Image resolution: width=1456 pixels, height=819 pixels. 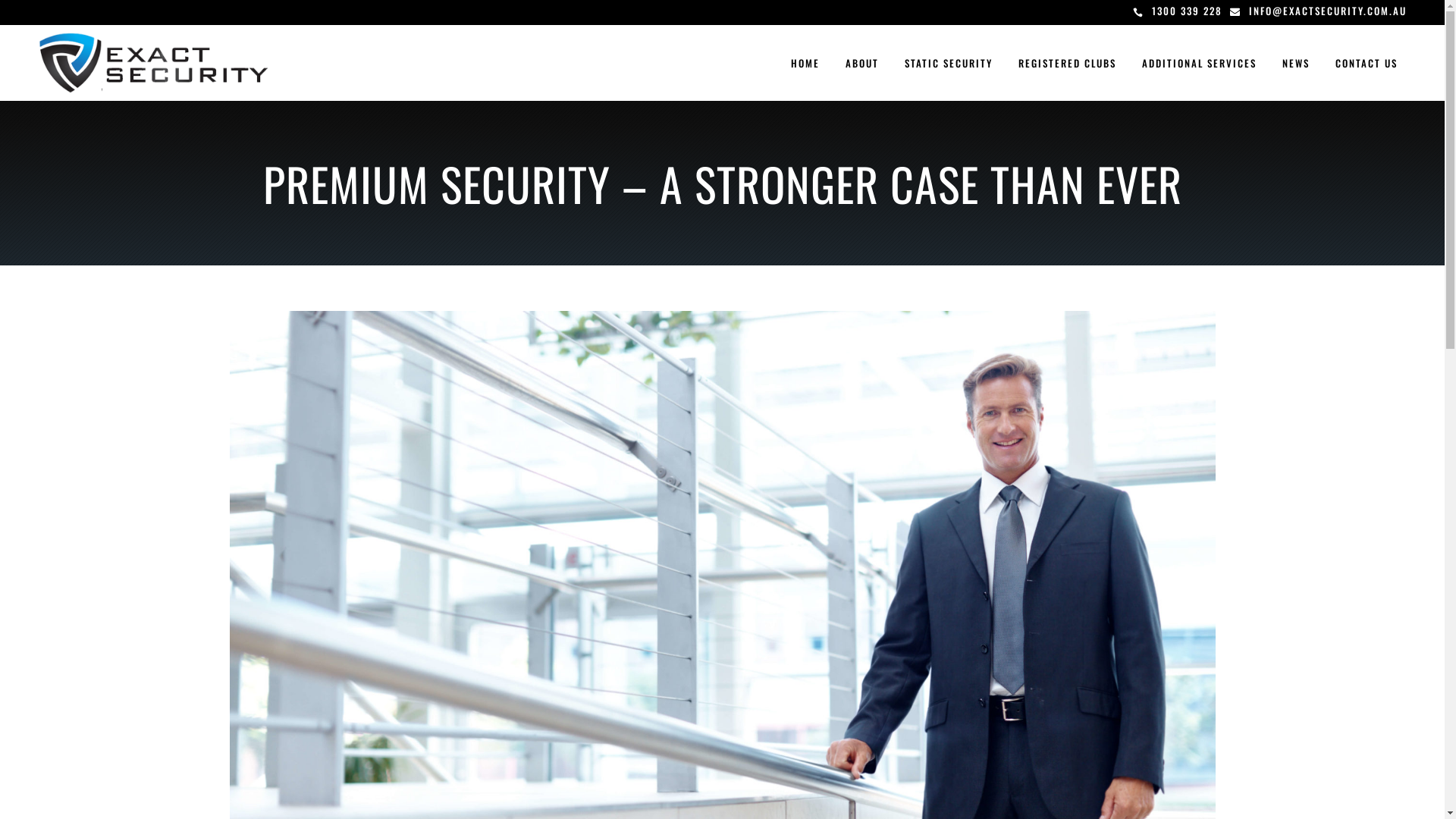 I want to click on 'NEWS', so click(x=1294, y=62).